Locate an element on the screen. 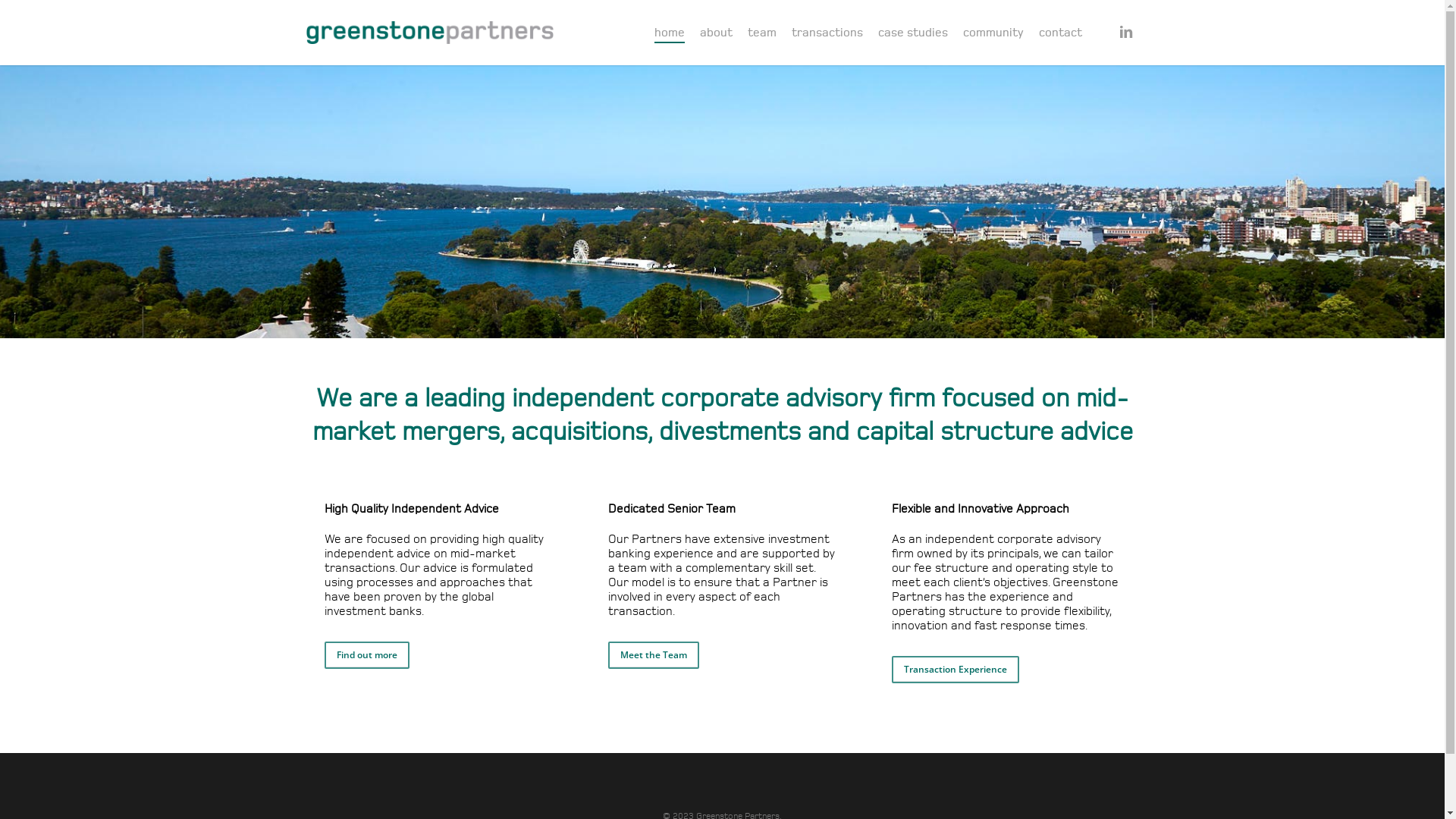 Image resolution: width=1456 pixels, height=819 pixels. 'about' is located at coordinates (714, 32).